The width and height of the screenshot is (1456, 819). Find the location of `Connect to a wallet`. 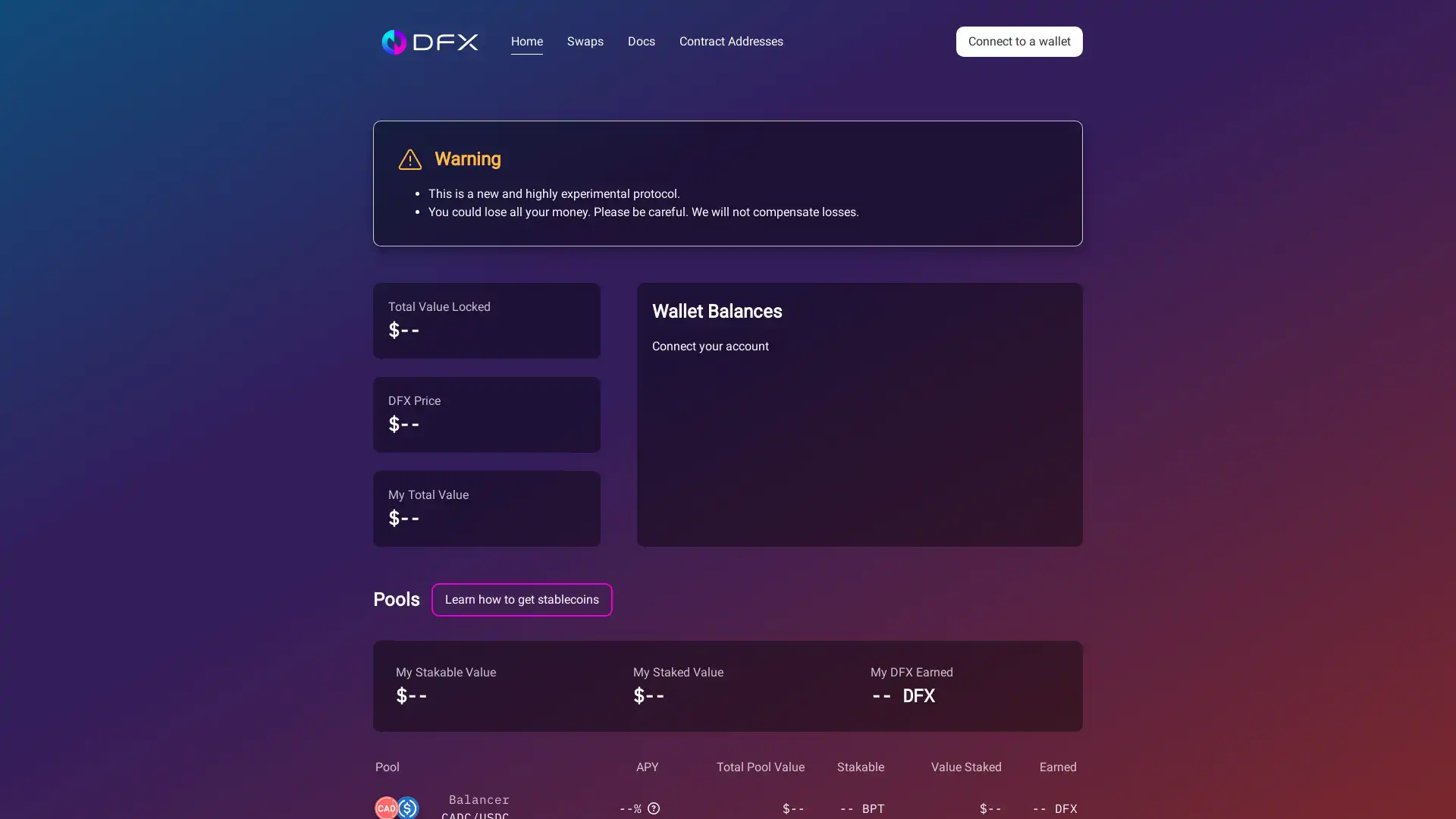

Connect to a wallet is located at coordinates (1019, 40).